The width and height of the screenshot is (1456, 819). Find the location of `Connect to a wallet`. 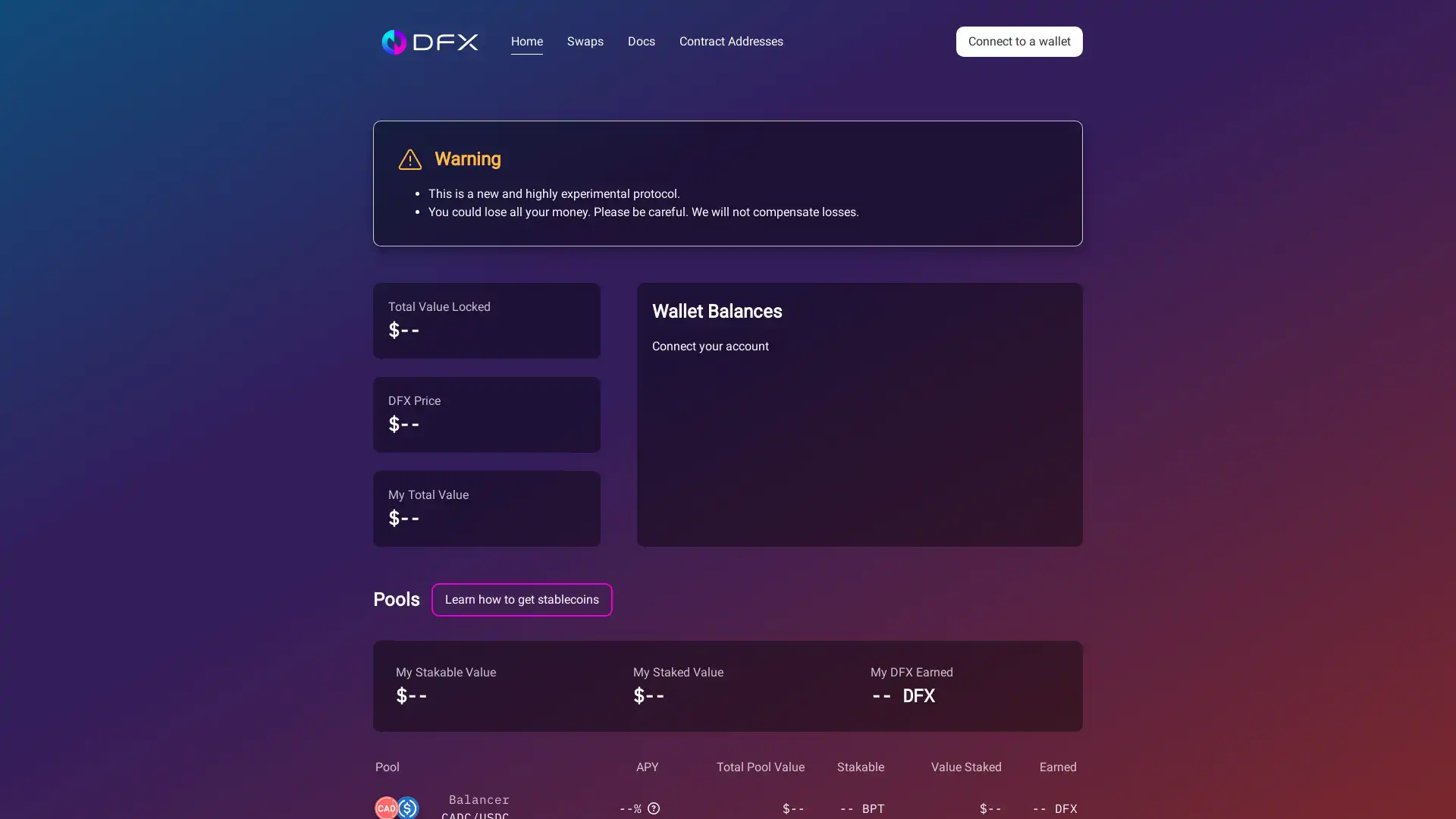

Connect to a wallet is located at coordinates (1019, 40).